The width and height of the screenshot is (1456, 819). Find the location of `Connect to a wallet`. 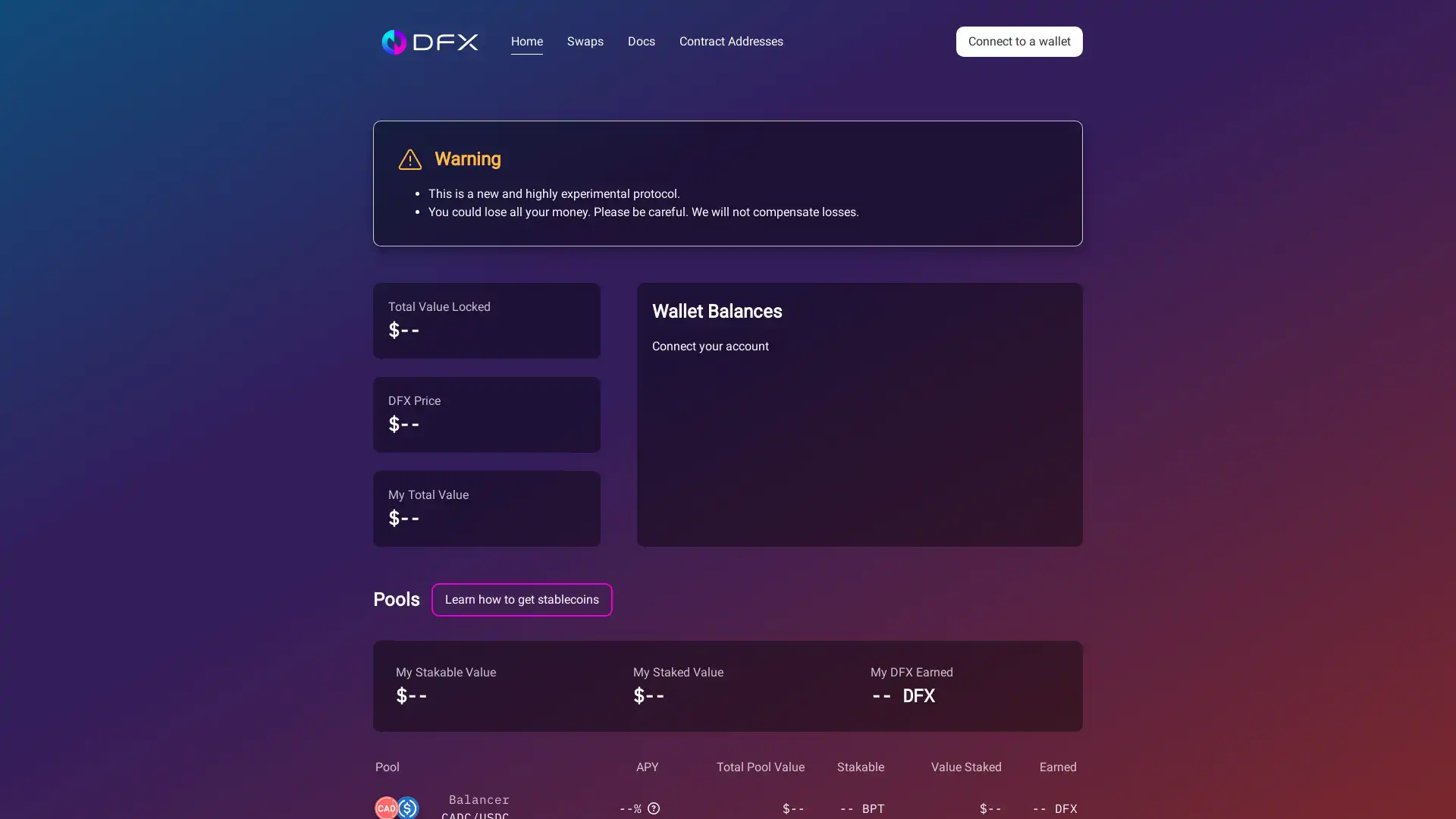

Connect to a wallet is located at coordinates (1019, 40).